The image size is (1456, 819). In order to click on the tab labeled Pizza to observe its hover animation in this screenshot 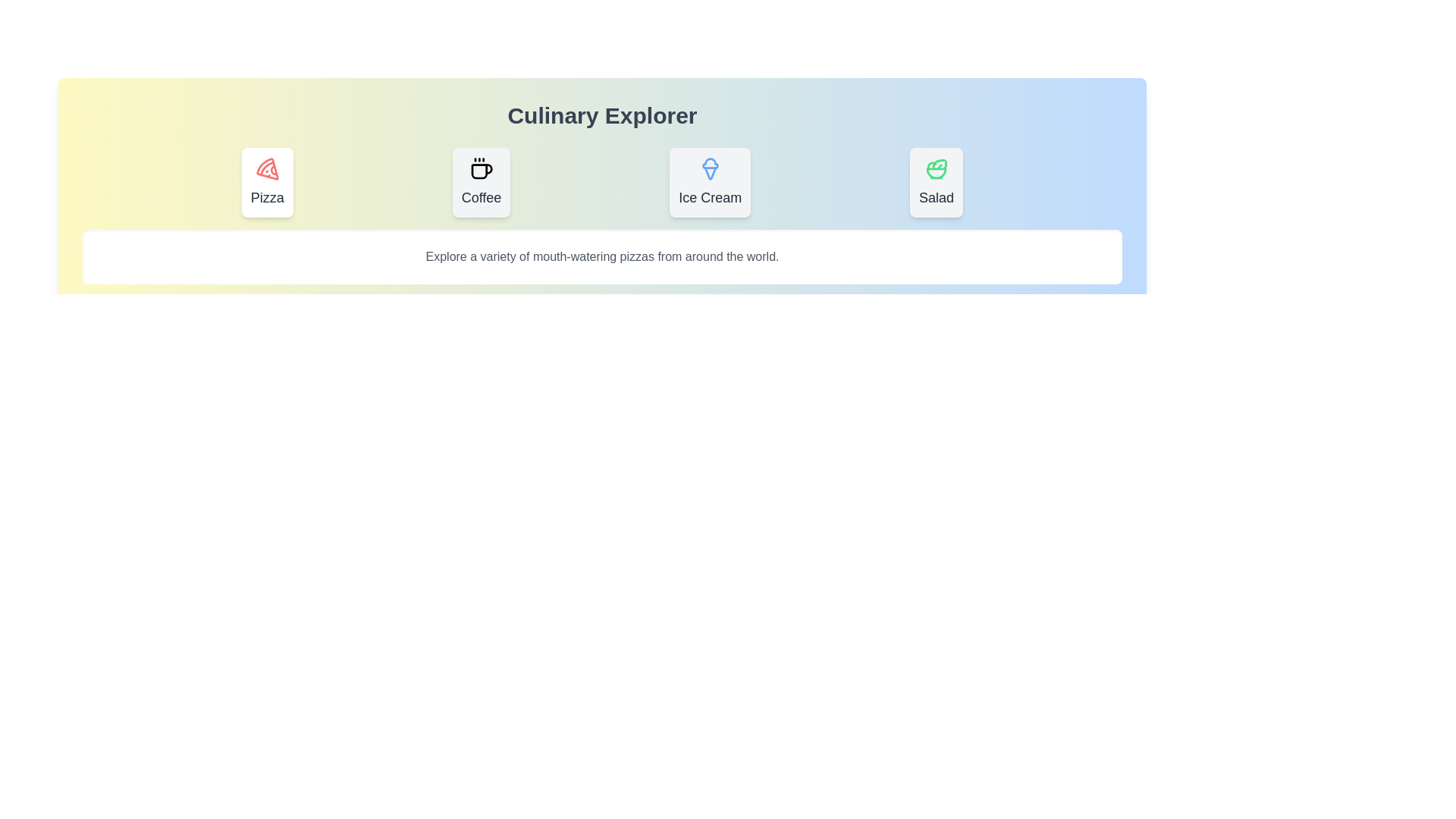, I will do `click(267, 181)`.